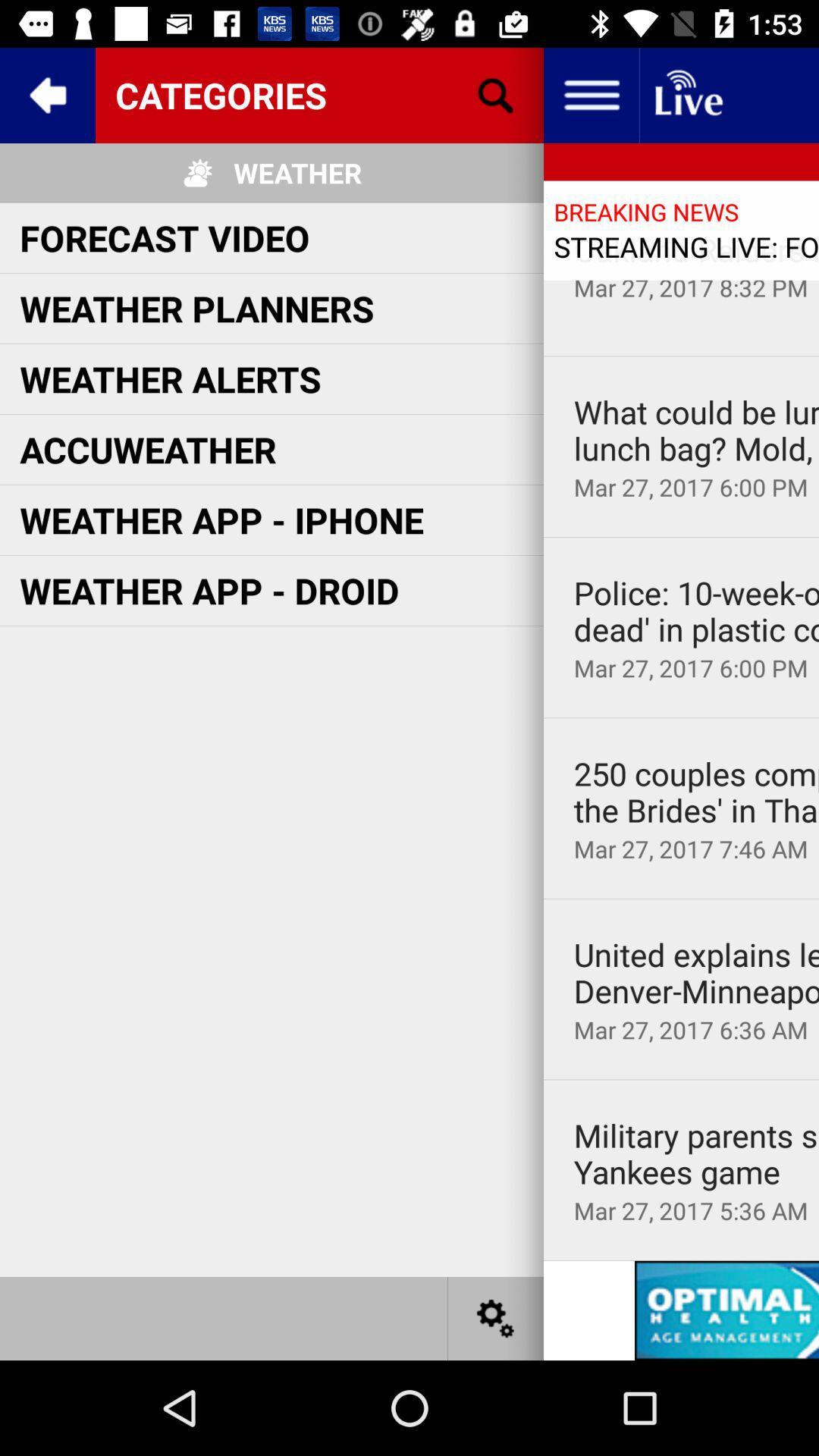 The image size is (819, 1456). What do you see at coordinates (680, 899) in the screenshot?
I see `icon above united explains leggings icon` at bounding box center [680, 899].